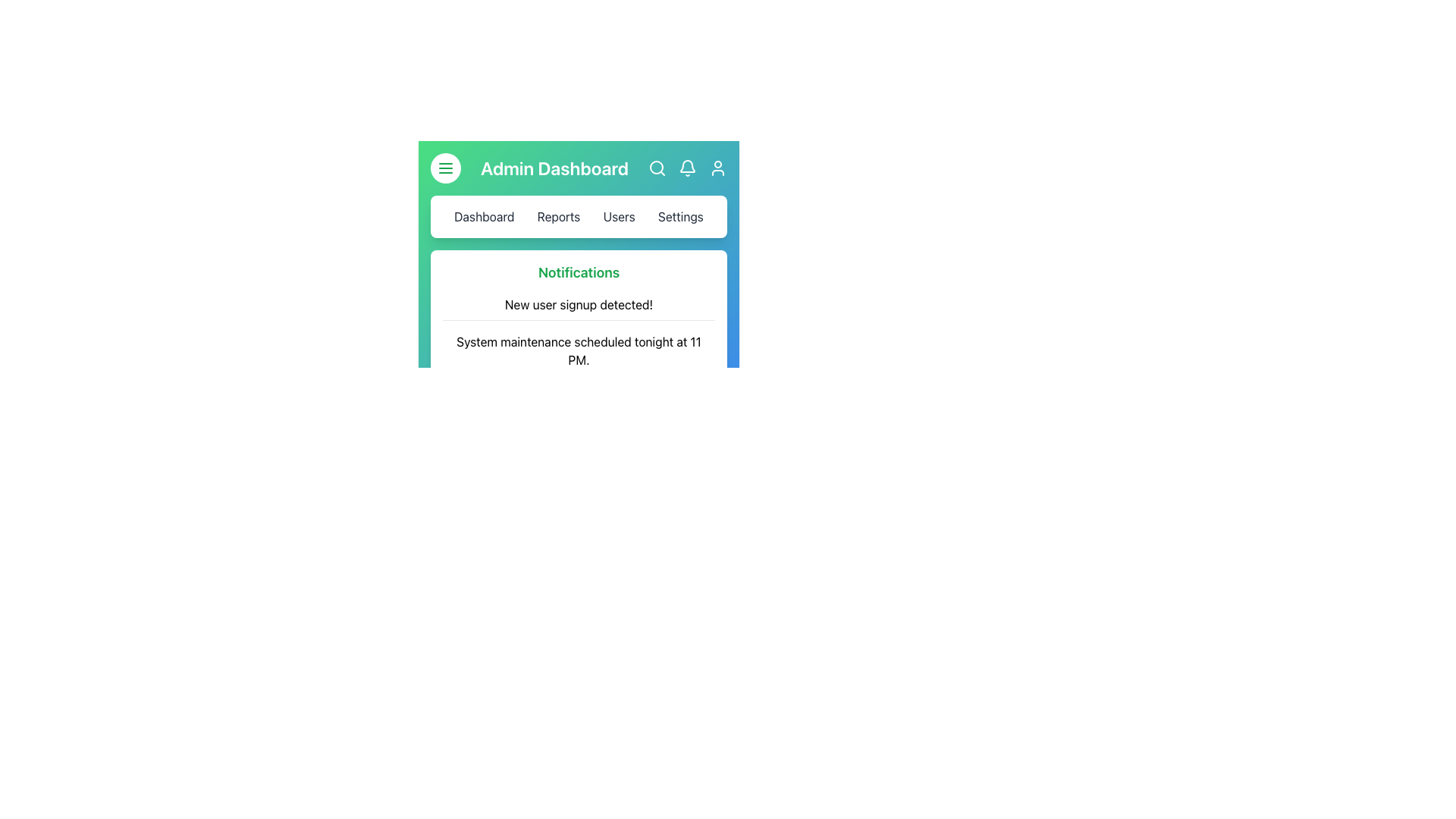 The image size is (1456, 819). What do you see at coordinates (557, 216) in the screenshot?
I see `the 'Reports' text label in the navigation menu` at bounding box center [557, 216].